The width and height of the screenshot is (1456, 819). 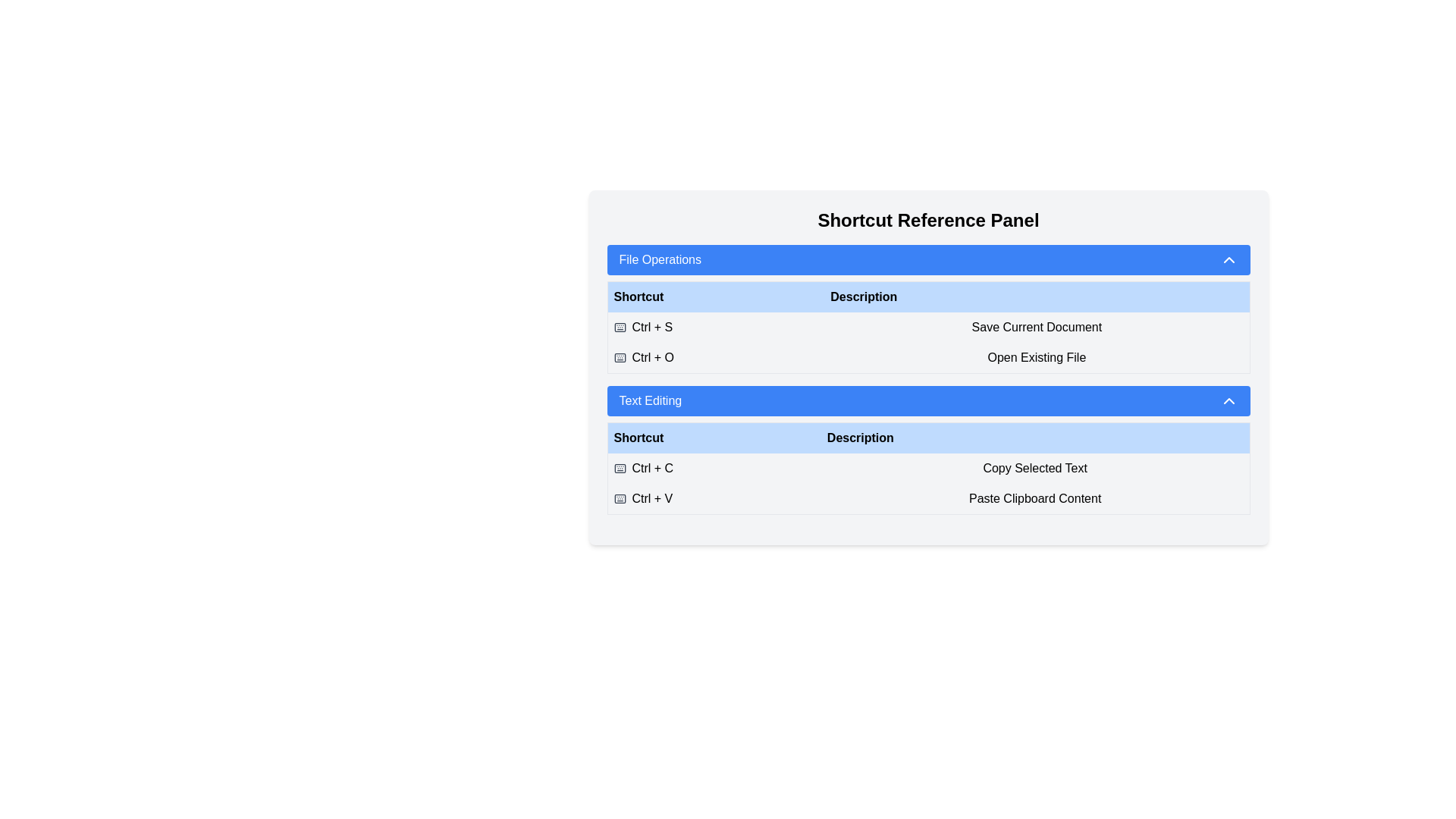 I want to click on the Informative Table Row that provides information about the keyboard shortcut 'Ctrl + C' for copying selected text, located in the 'Text Editing' section of the shortcut reference panel, so click(x=927, y=467).